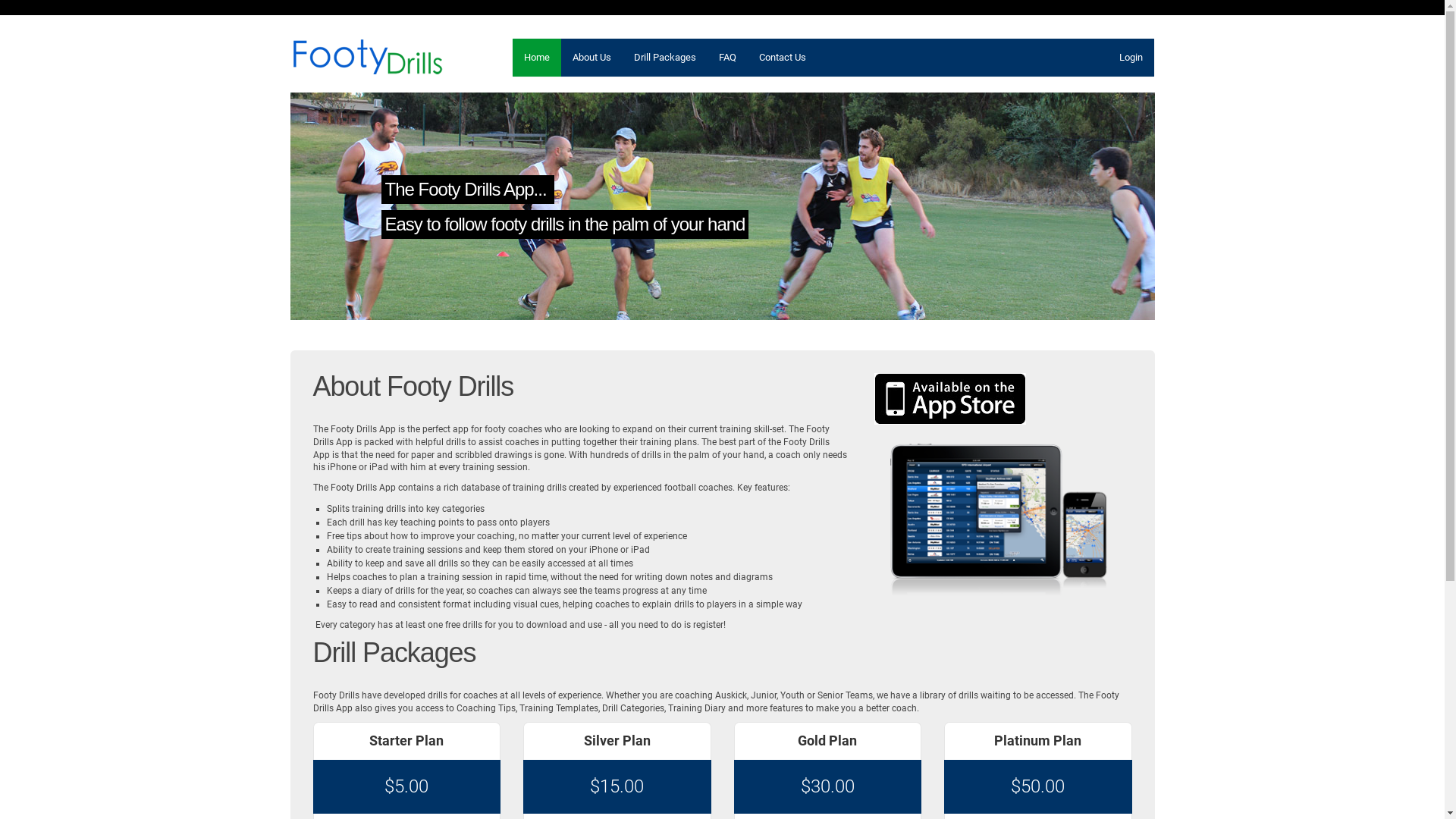 Image resolution: width=1456 pixels, height=819 pixels. I want to click on 'Footy Drills', so click(366, 55).